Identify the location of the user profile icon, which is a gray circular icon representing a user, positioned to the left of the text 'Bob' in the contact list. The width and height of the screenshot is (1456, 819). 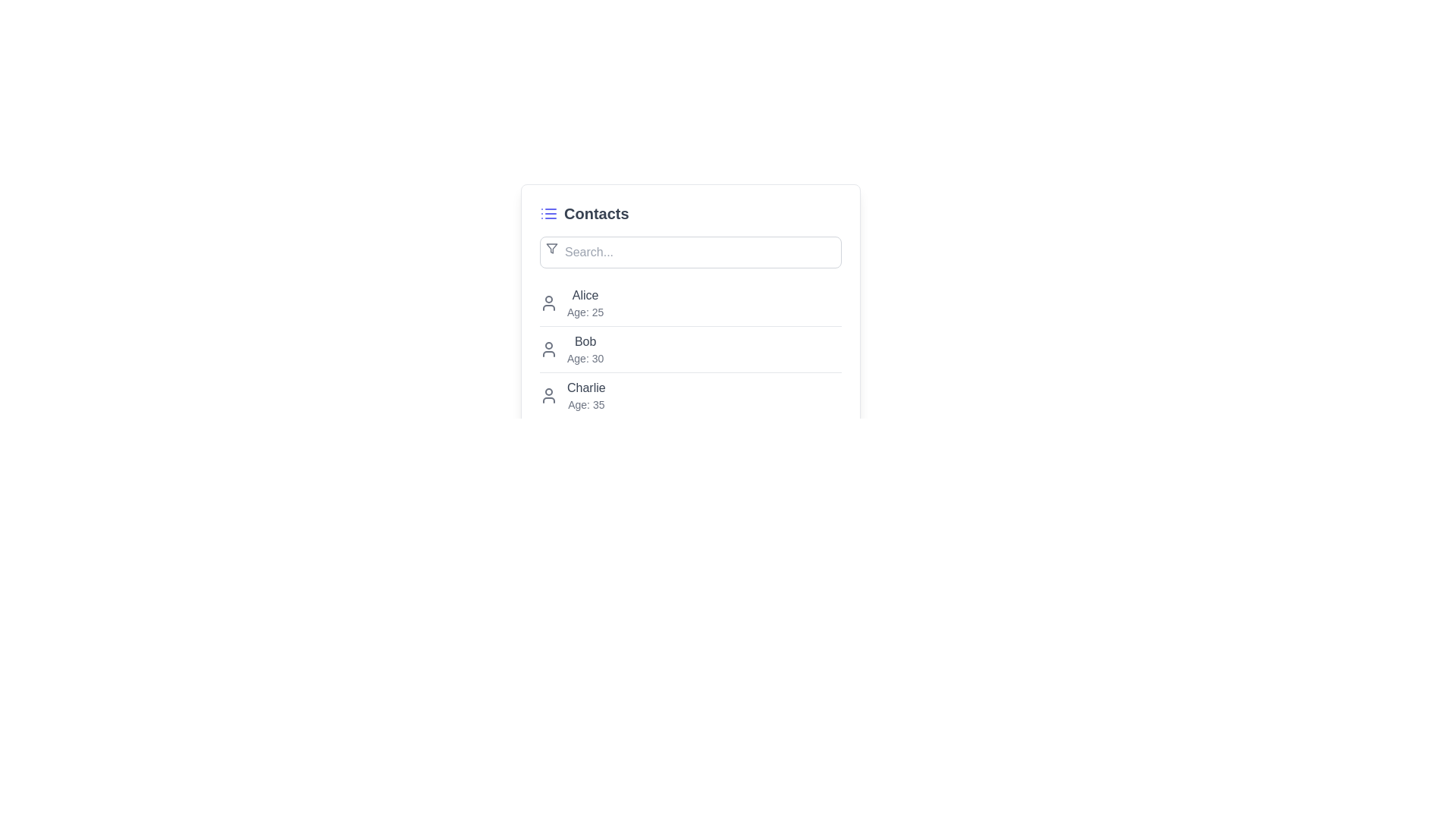
(548, 350).